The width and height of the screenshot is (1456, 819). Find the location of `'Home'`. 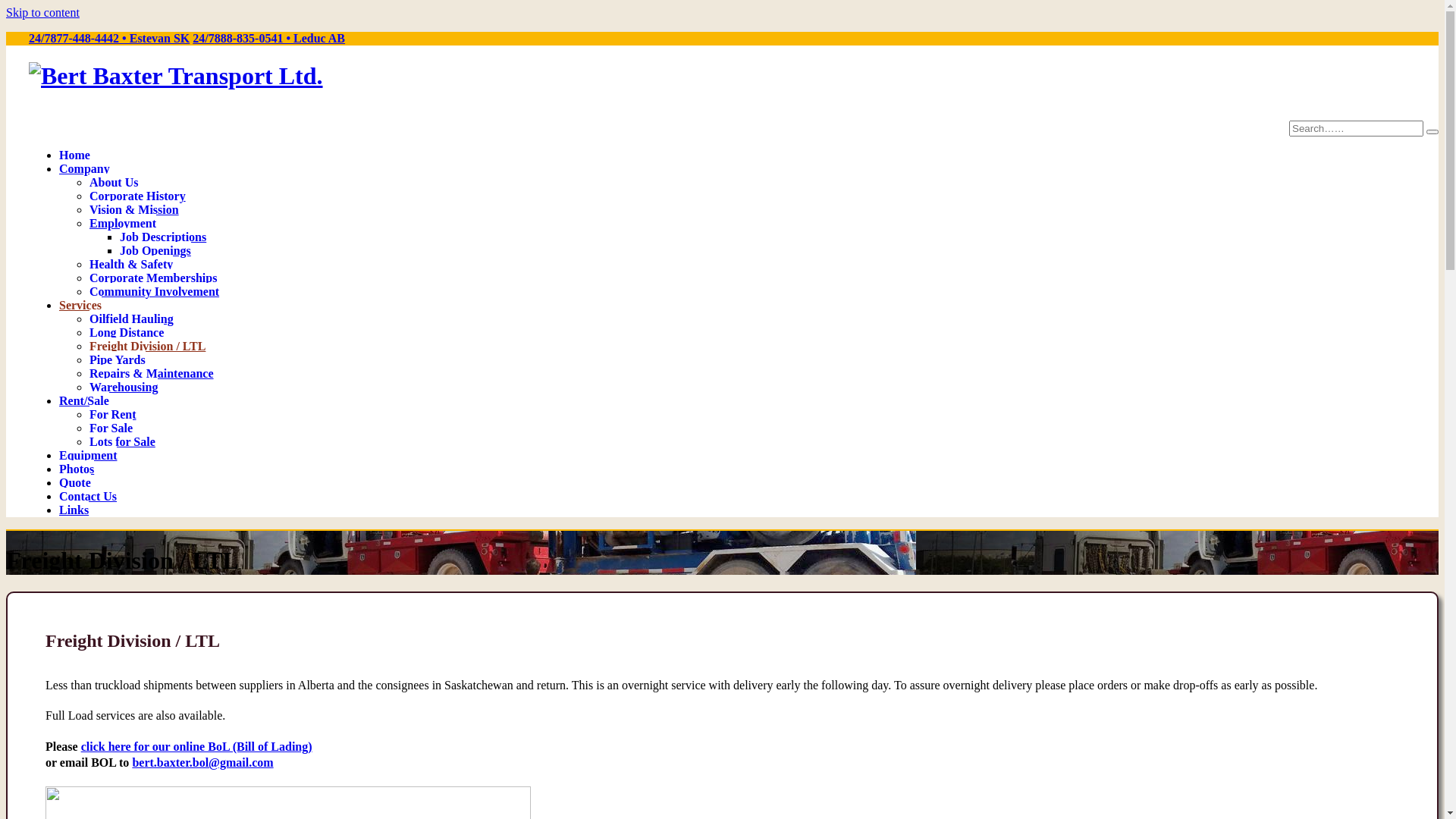

'Home' is located at coordinates (58, 154).